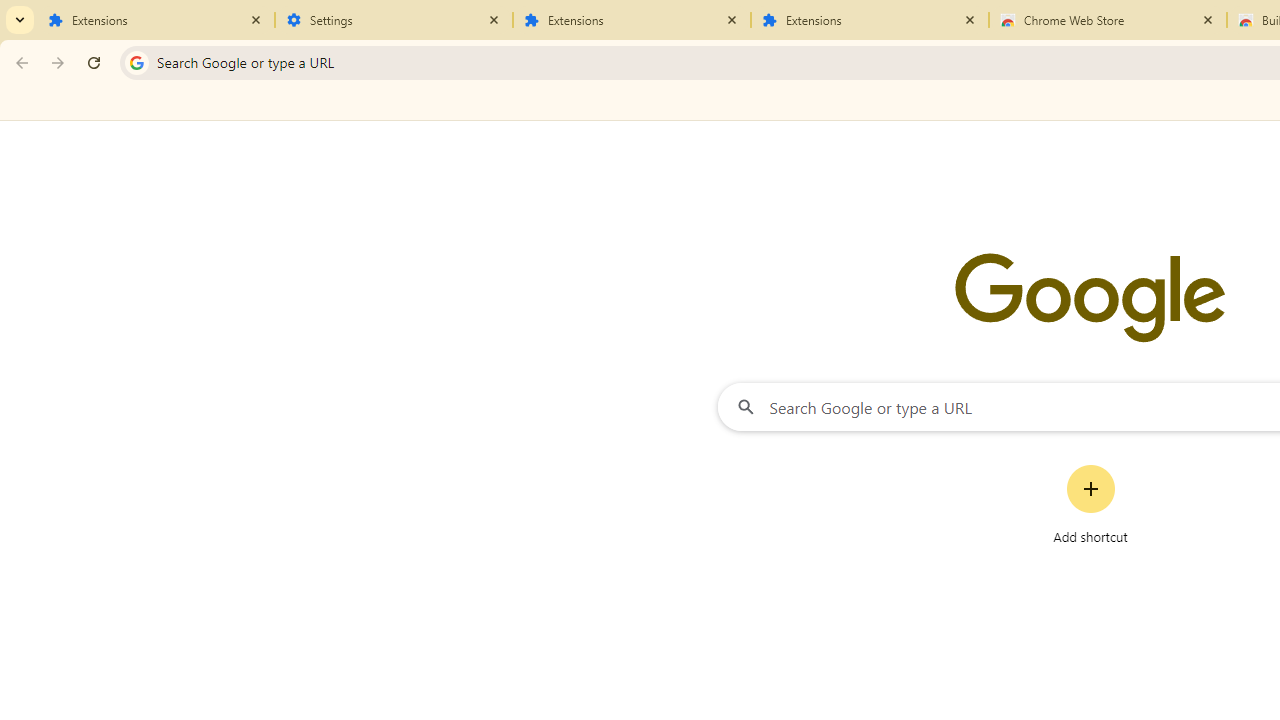 The width and height of the screenshot is (1280, 720). What do you see at coordinates (155, 20) in the screenshot?
I see `'Extensions'` at bounding box center [155, 20].